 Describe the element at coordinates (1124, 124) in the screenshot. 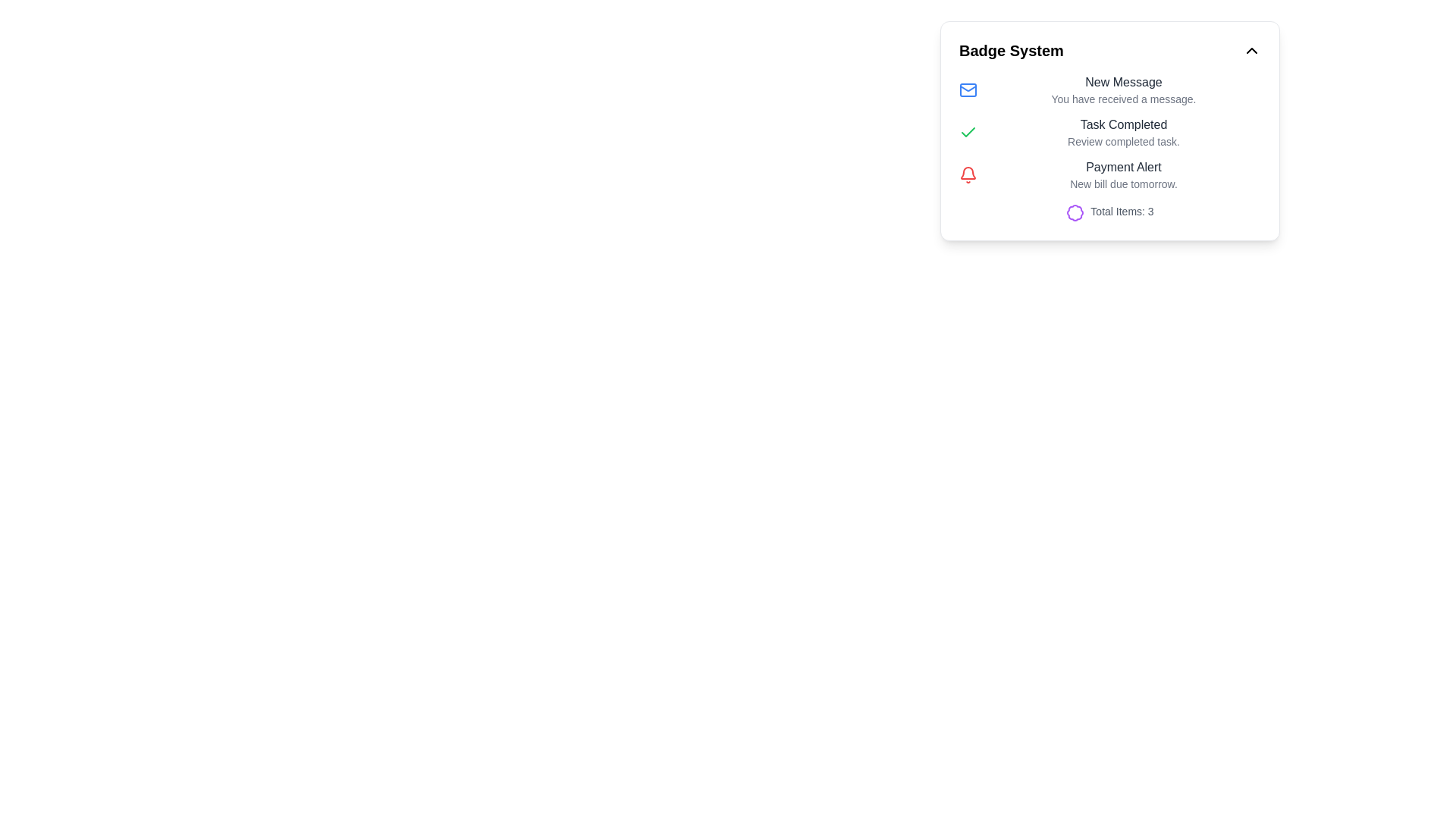

I see `the Text label that serves as a title for the task notification, which is located above the description text 'Review completed task'` at that location.